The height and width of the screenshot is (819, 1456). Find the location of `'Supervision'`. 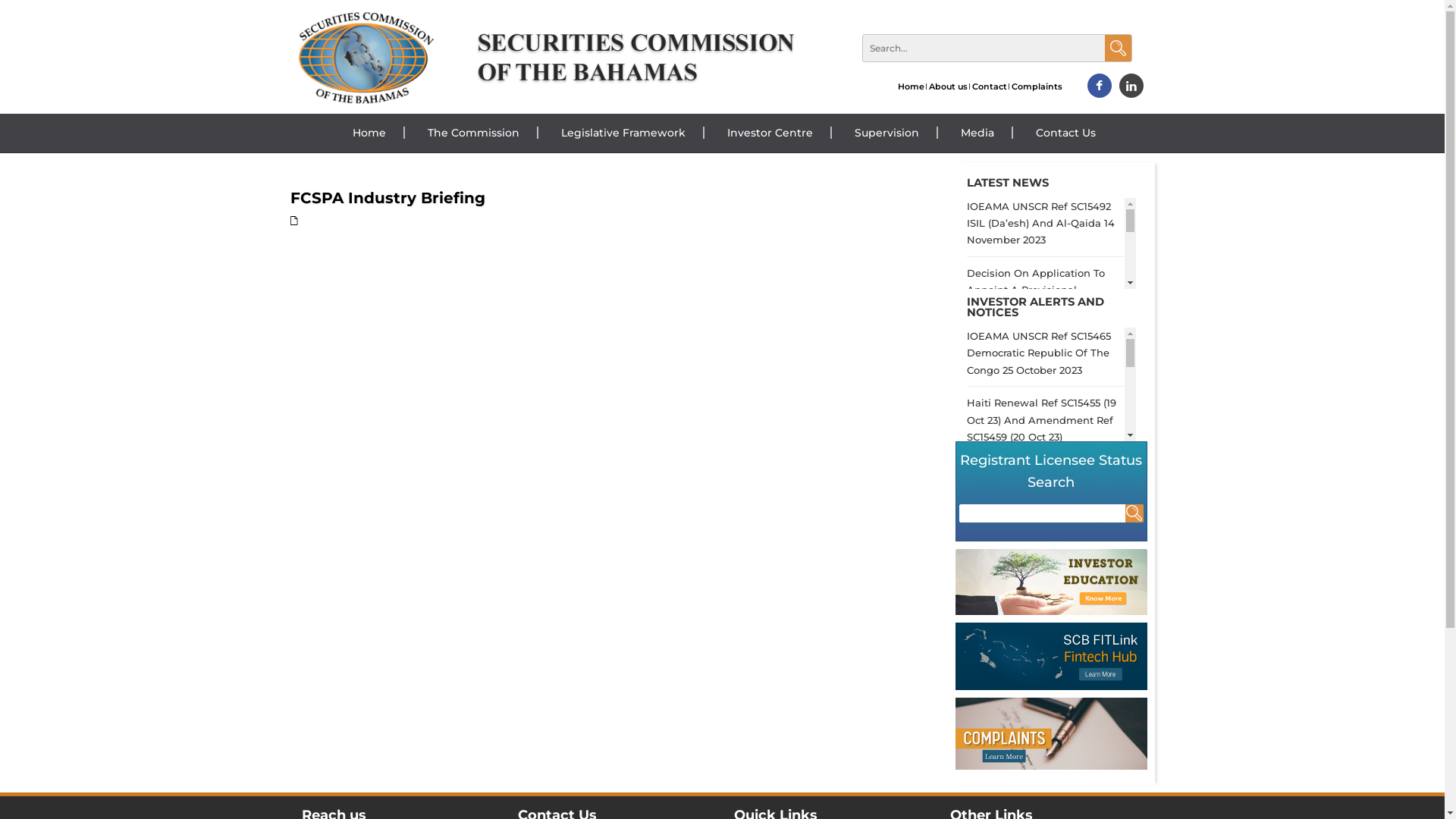

'Supervision' is located at coordinates (886, 132).